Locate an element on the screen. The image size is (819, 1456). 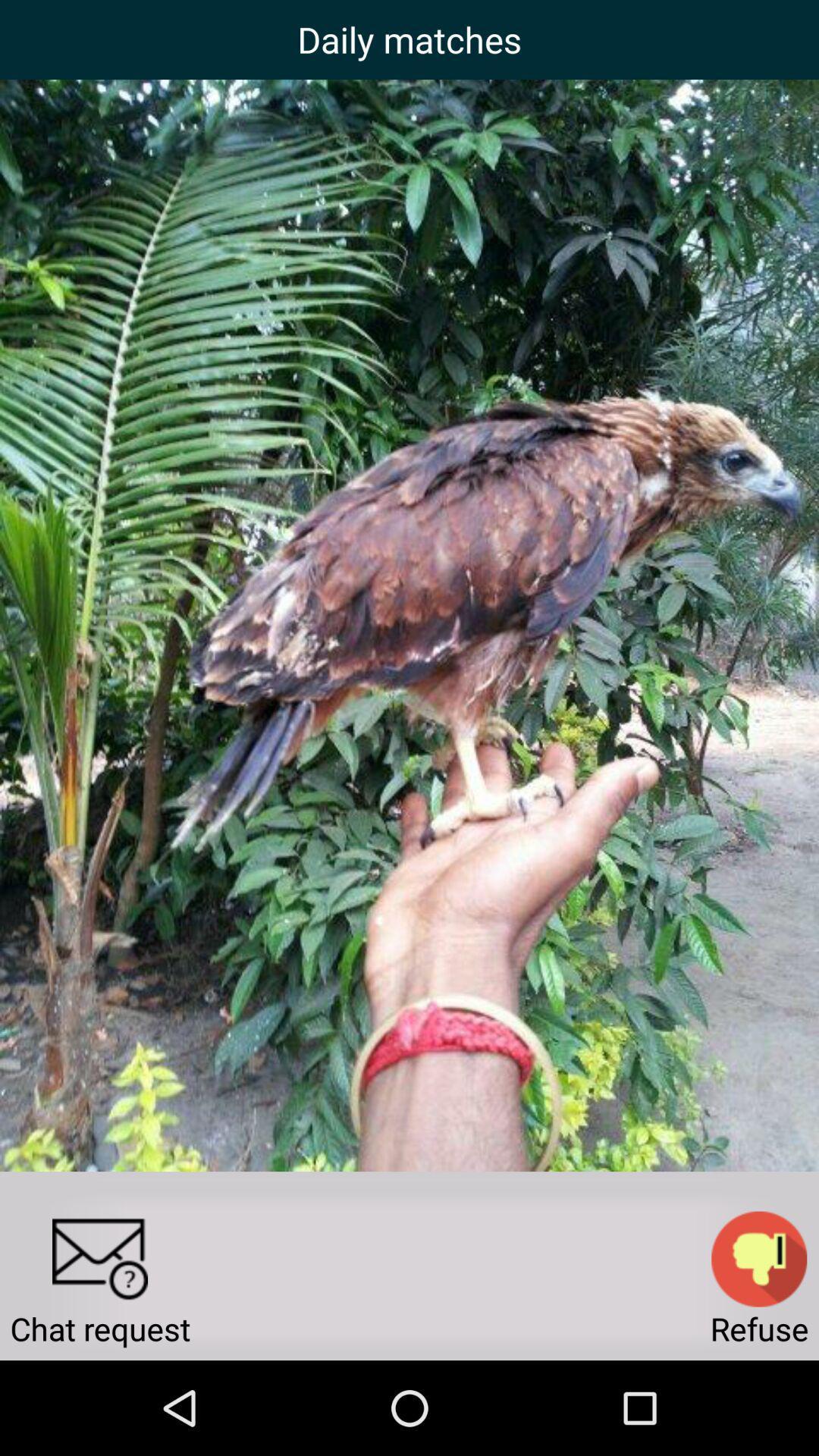
chat request option is located at coordinates (99, 1259).